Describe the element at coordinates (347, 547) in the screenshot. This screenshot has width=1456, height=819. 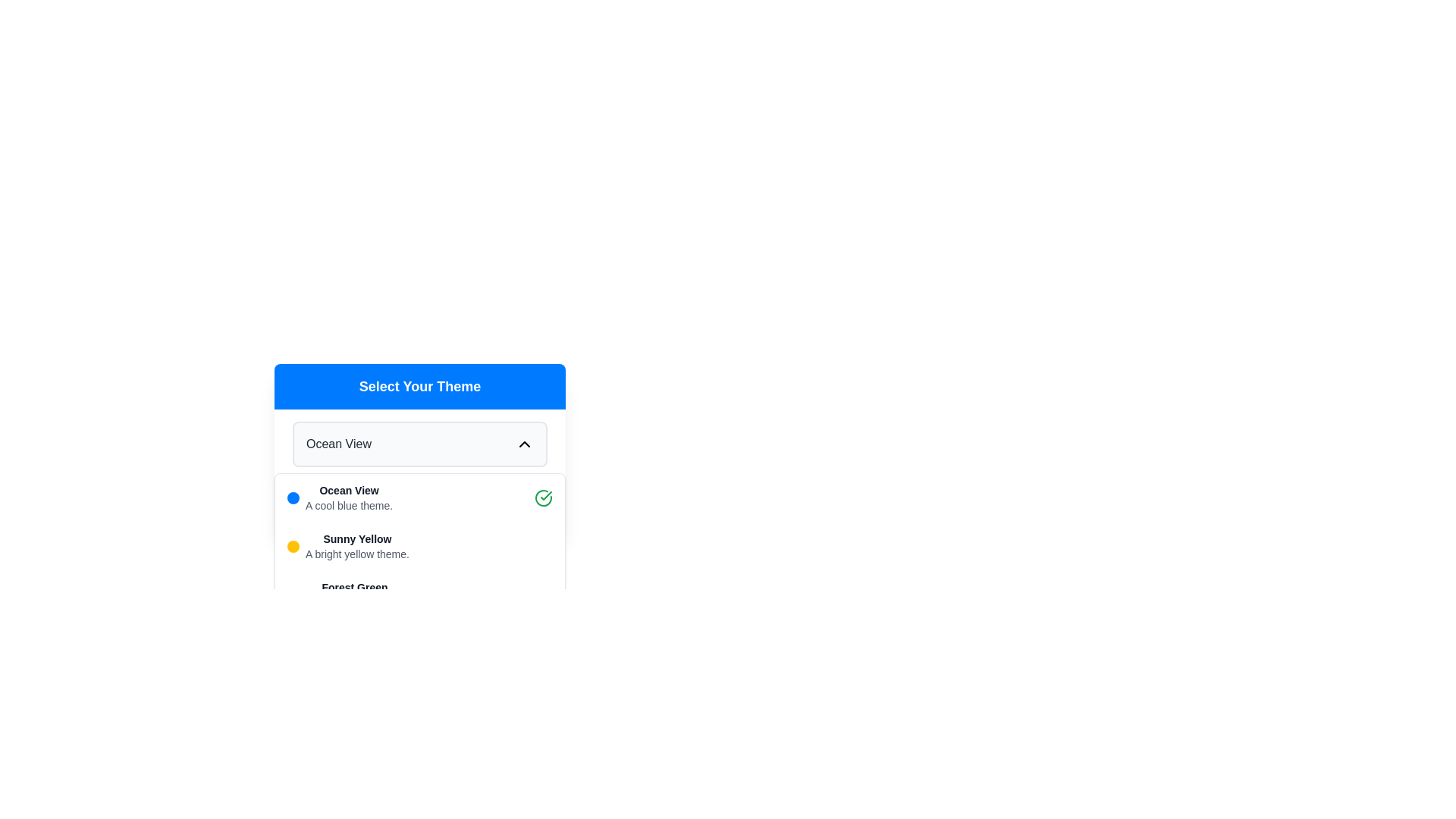
I see `the theme selection option represented by a circular yellow color indicator and description, which is the second item in the list of theme options` at that location.